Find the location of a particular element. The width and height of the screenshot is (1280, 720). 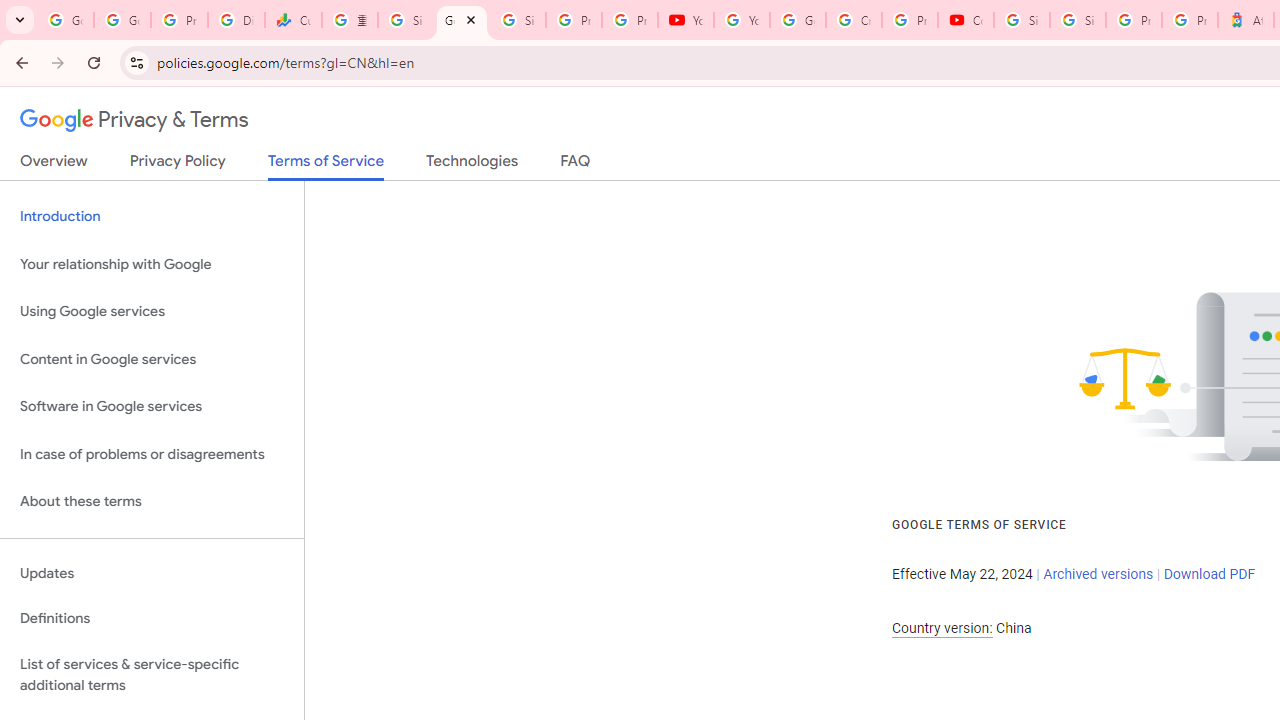

'YouTube' is located at coordinates (686, 20).